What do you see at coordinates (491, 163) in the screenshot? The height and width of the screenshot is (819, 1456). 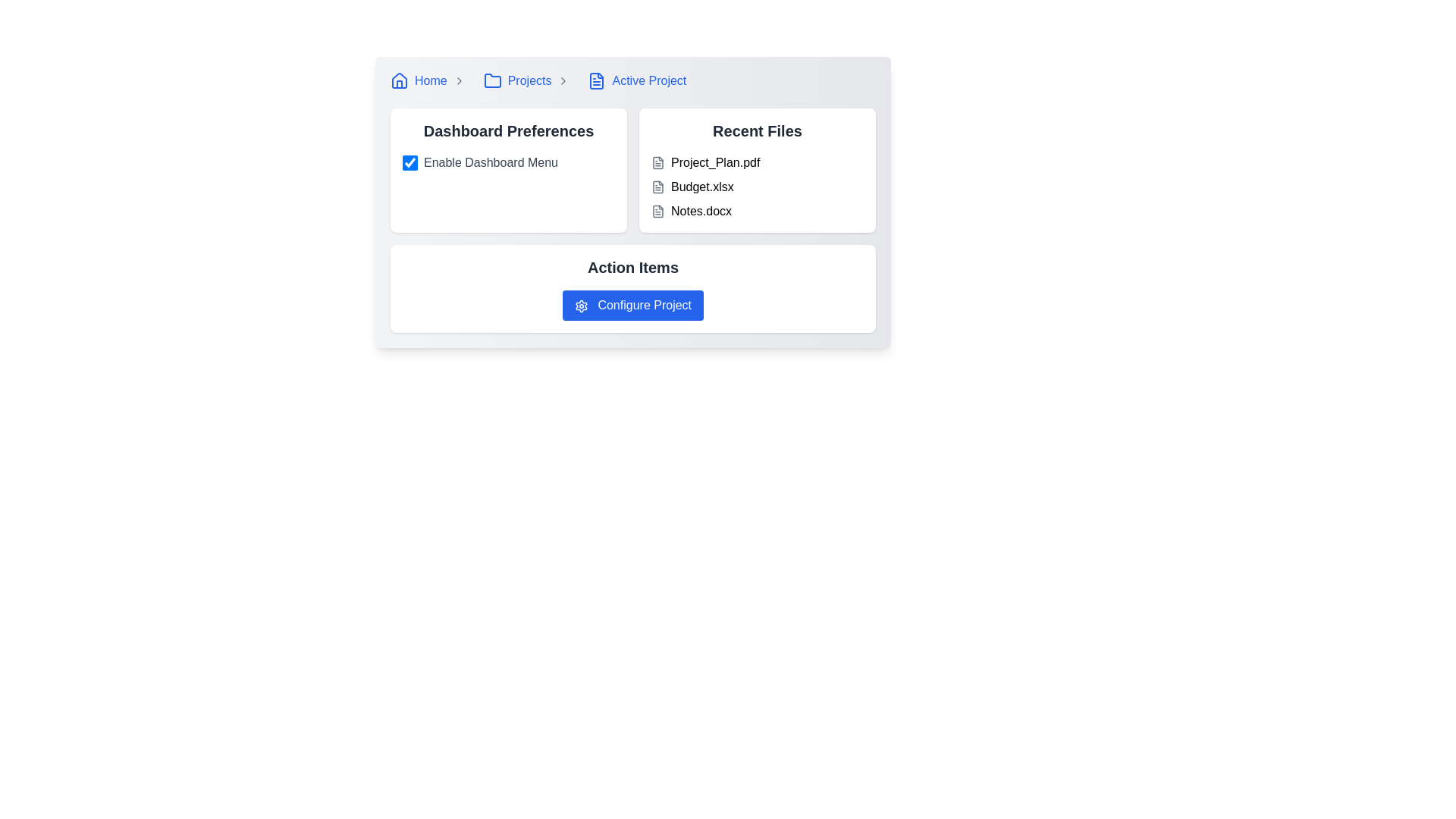 I see `the label providing context for the adjacent checkbox in the 'Dashboard Preferences' box, located at the top-left section of the box group` at bounding box center [491, 163].